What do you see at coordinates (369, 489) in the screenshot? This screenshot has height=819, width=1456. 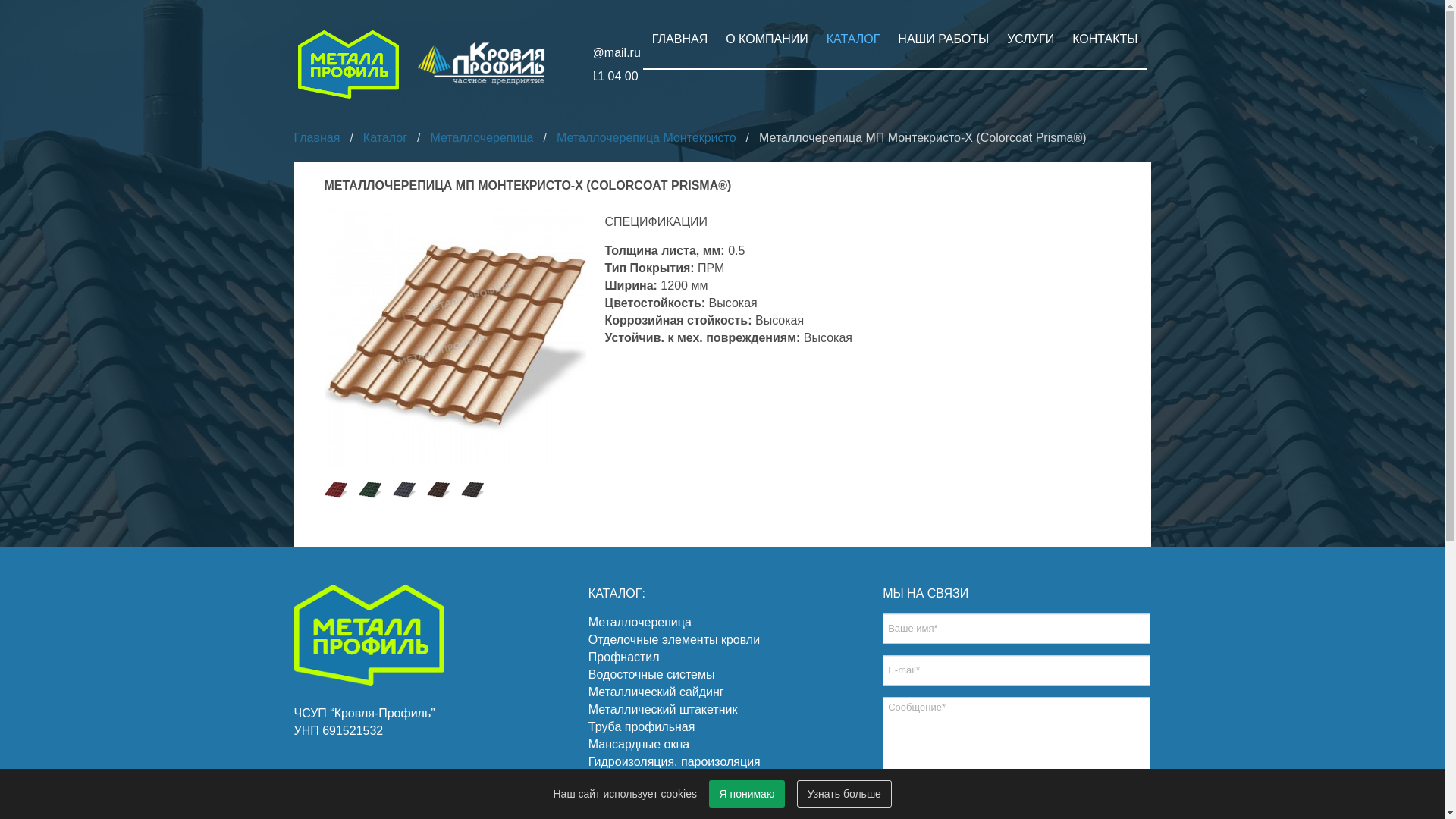 I see `'Montecristo 6005'` at bounding box center [369, 489].